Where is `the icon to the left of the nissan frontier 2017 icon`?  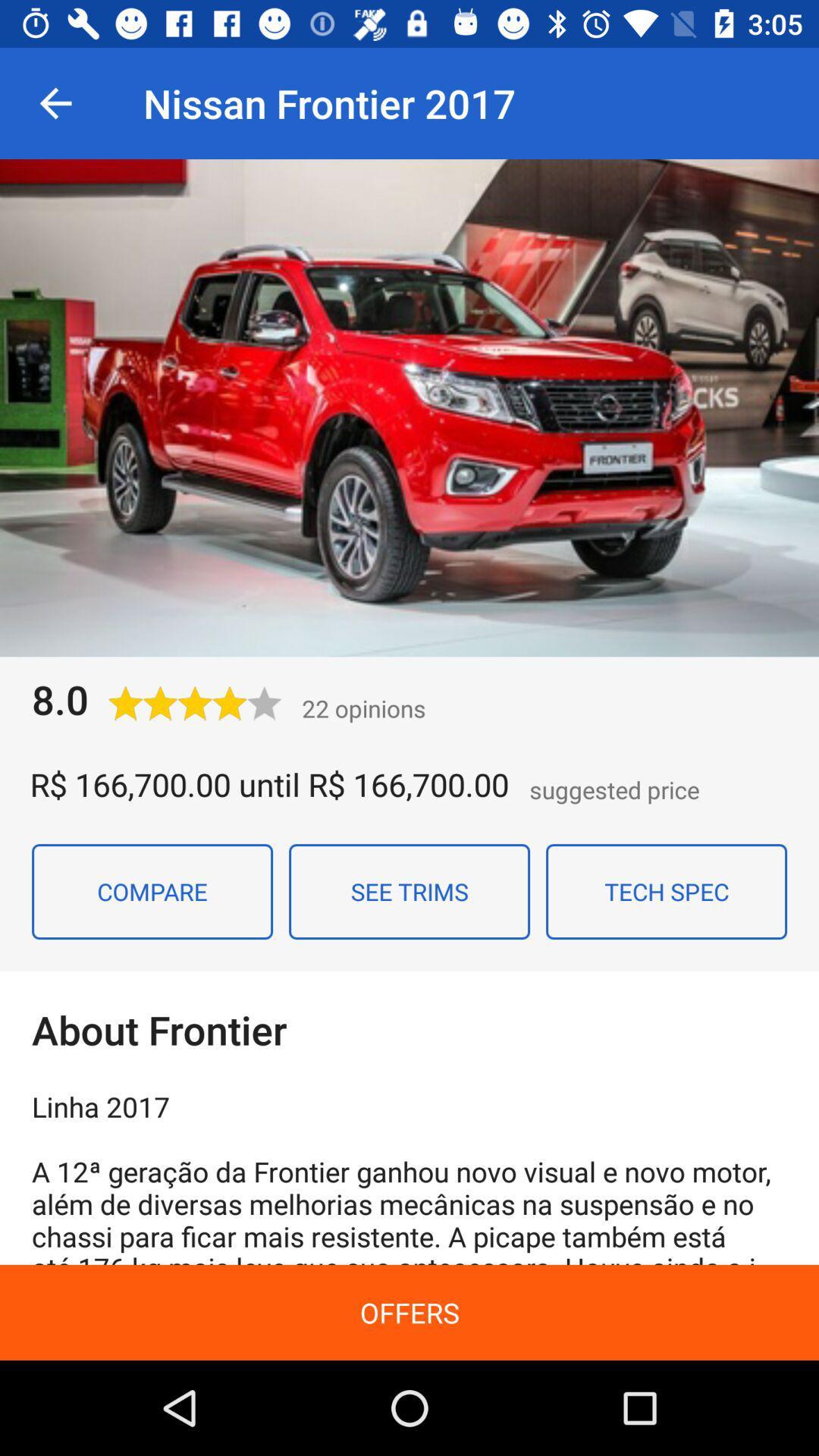 the icon to the left of the nissan frontier 2017 icon is located at coordinates (55, 102).